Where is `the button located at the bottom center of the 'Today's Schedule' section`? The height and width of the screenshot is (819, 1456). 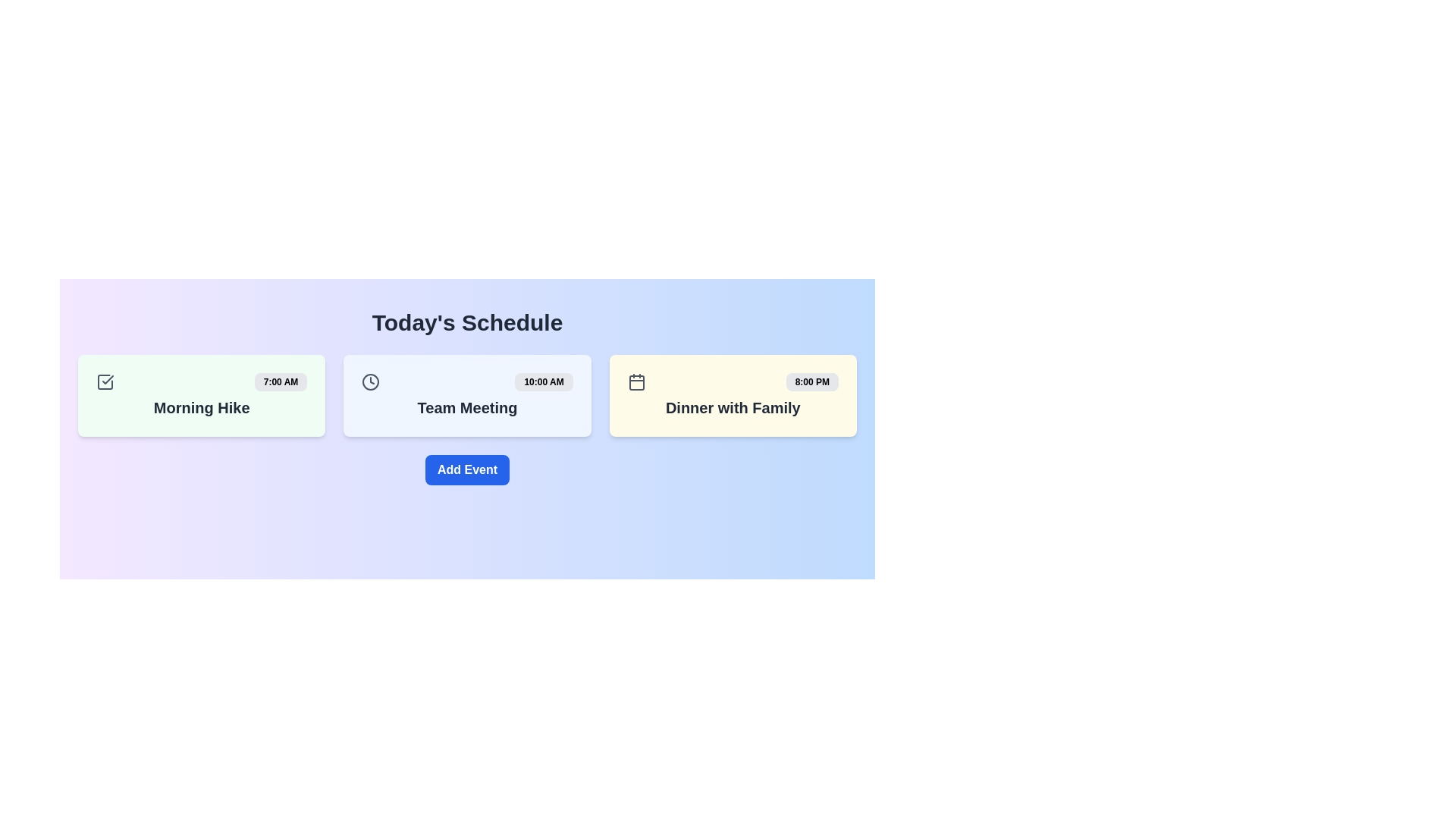 the button located at the bottom center of the 'Today's Schedule' section is located at coordinates (466, 469).